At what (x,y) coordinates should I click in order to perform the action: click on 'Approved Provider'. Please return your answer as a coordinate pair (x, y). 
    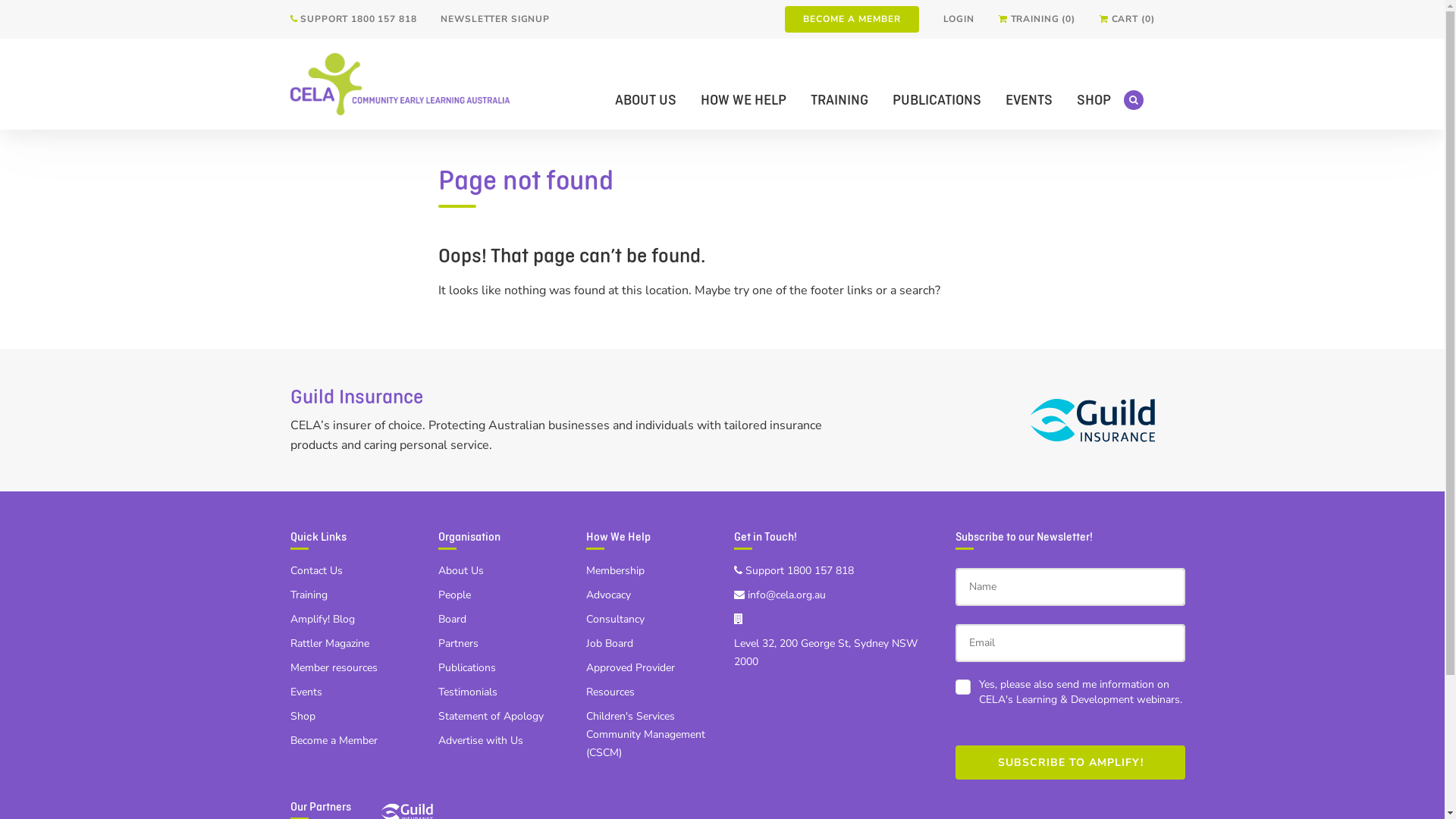
    Looking at the image, I should click on (629, 667).